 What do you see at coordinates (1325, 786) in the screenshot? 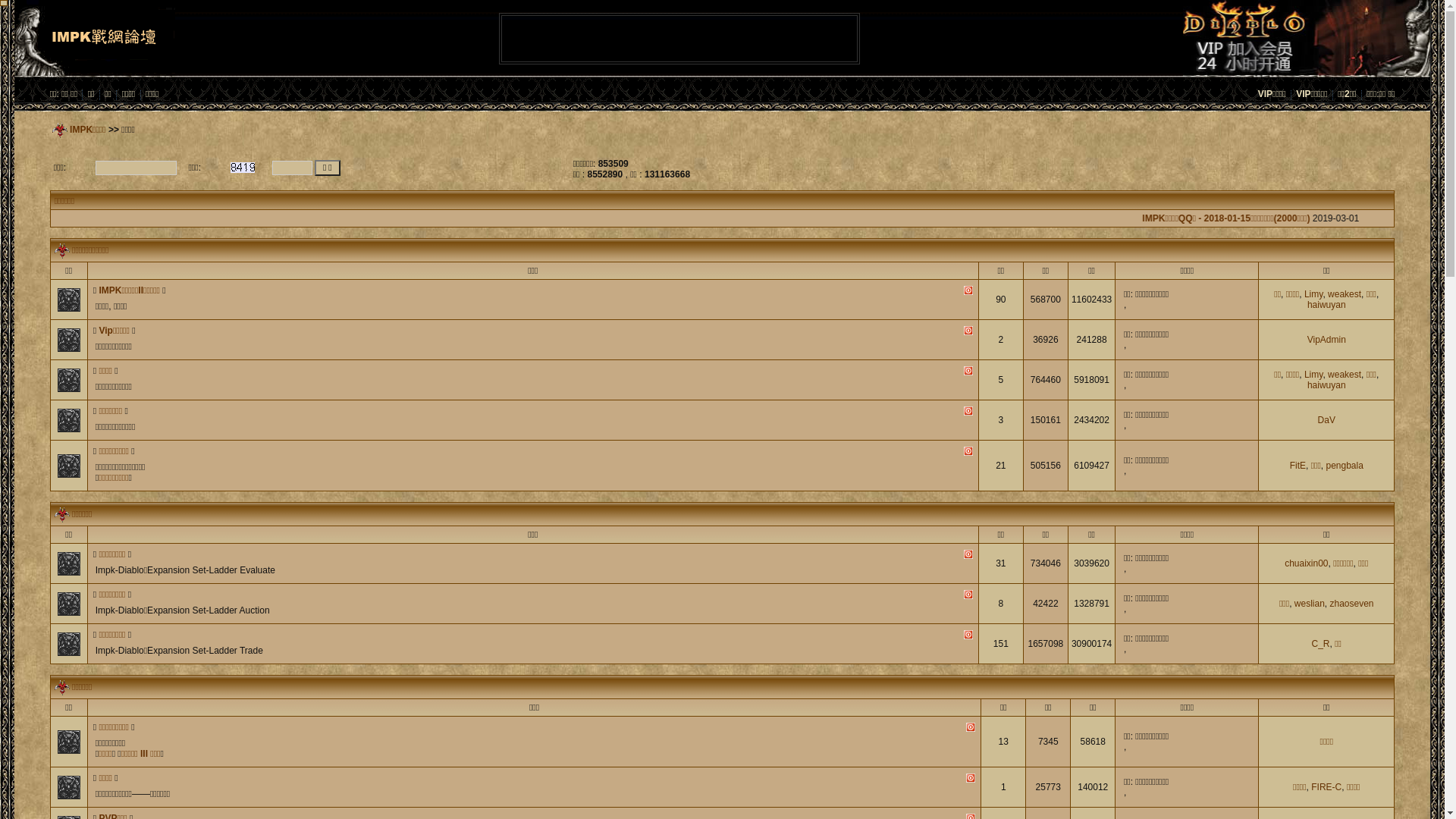
I see `'FIRE-C'` at bounding box center [1325, 786].